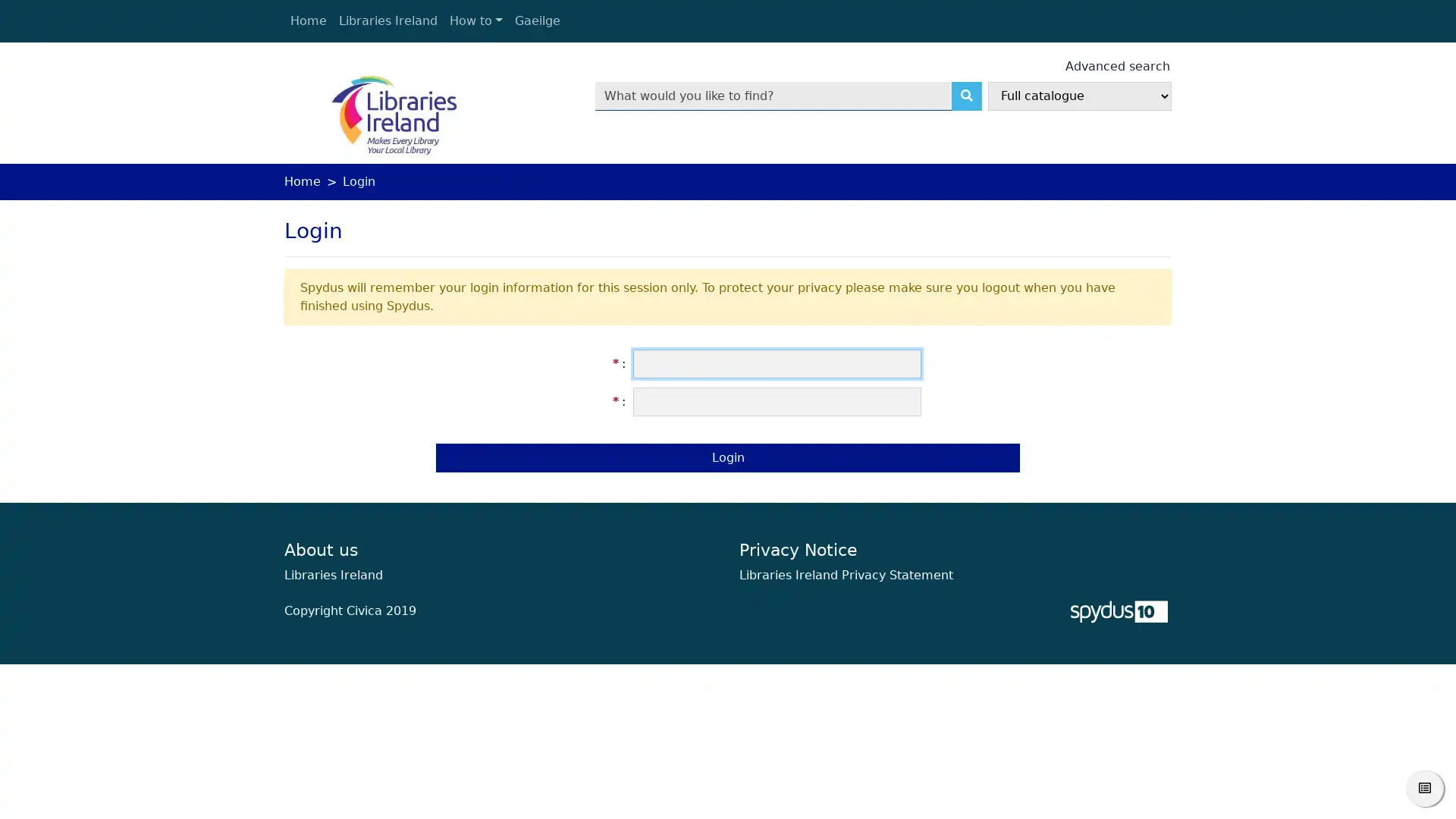 The height and width of the screenshot is (819, 1456). What do you see at coordinates (728, 456) in the screenshot?
I see `Login` at bounding box center [728, 456].